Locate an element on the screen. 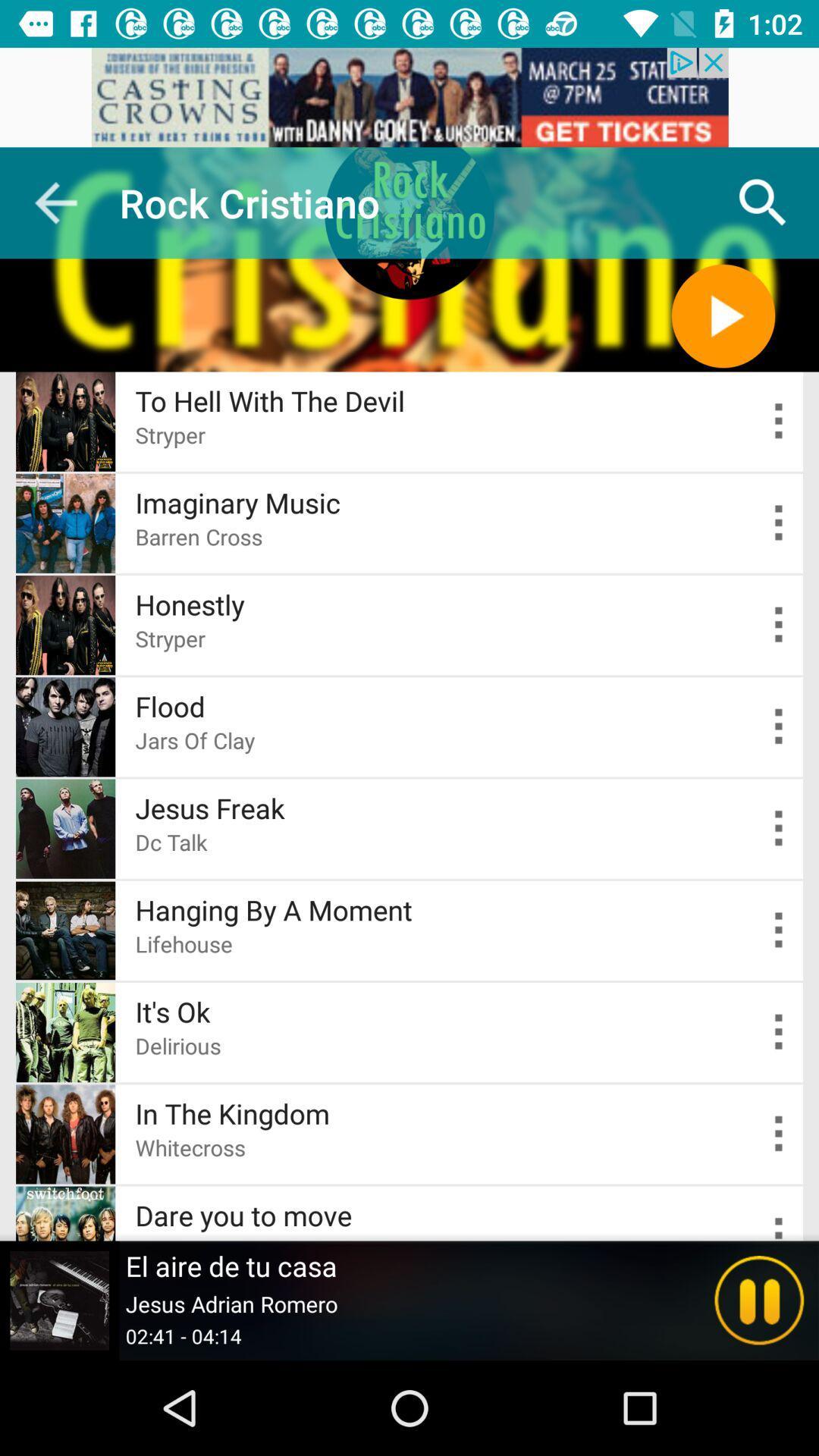  the pause icon is located at coordinates (759, 1300).